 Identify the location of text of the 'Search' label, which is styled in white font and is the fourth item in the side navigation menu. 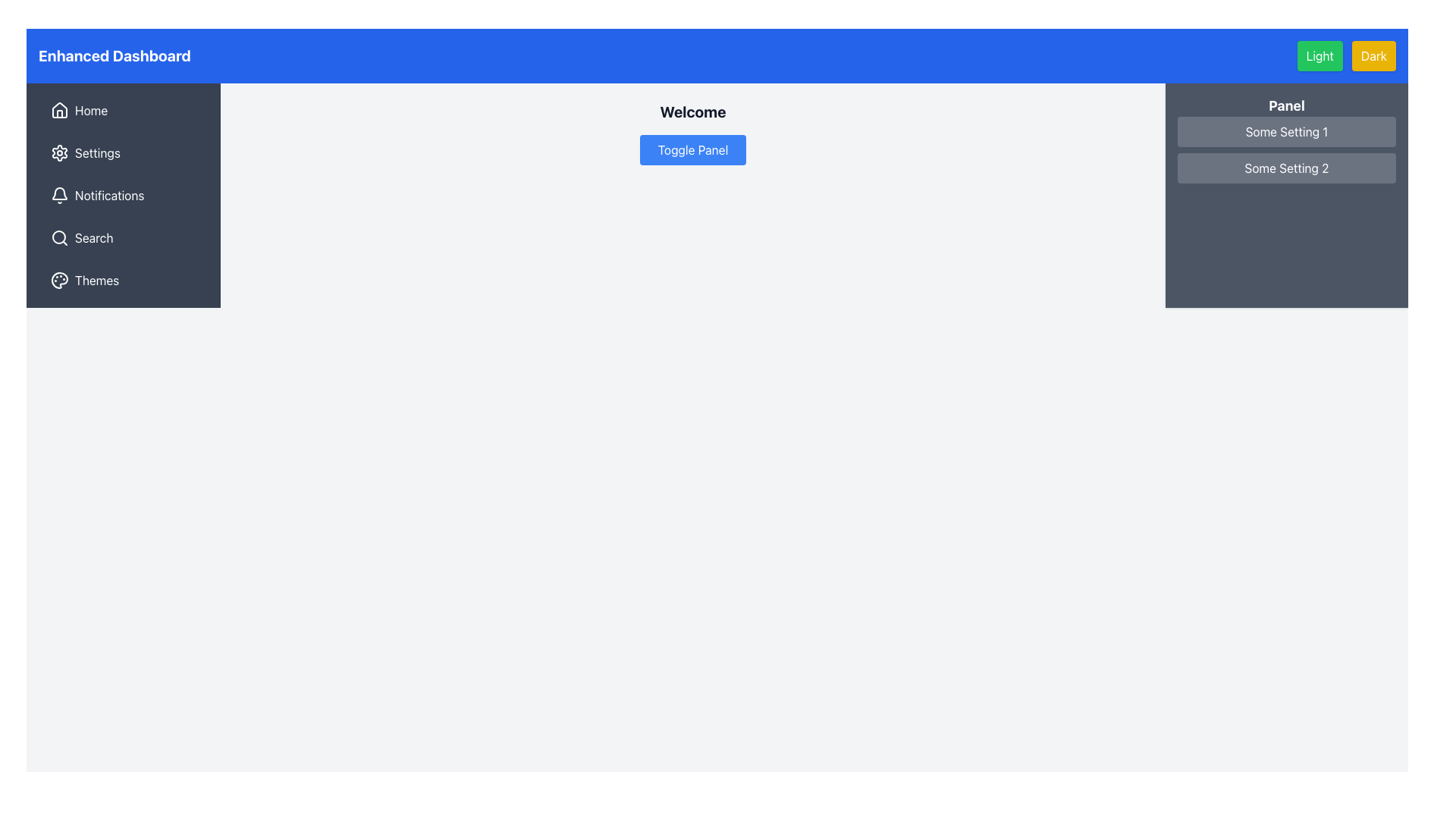
(93, 237).